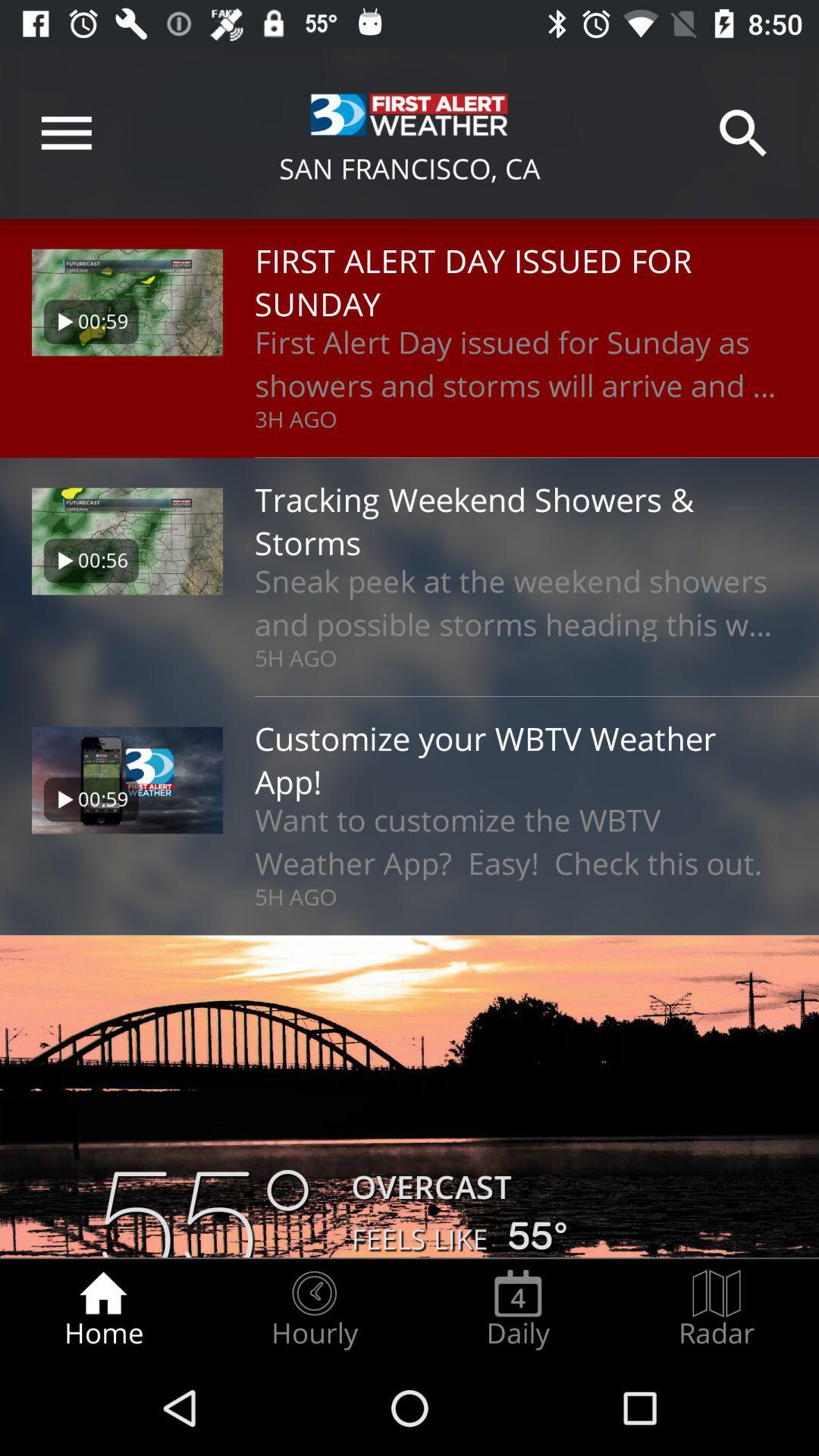 The image size is (819, 1456). What do you see at coordinates (313, 1309) in the screenshot?
I see `hourly icon` at bounding box center [313, 1309].